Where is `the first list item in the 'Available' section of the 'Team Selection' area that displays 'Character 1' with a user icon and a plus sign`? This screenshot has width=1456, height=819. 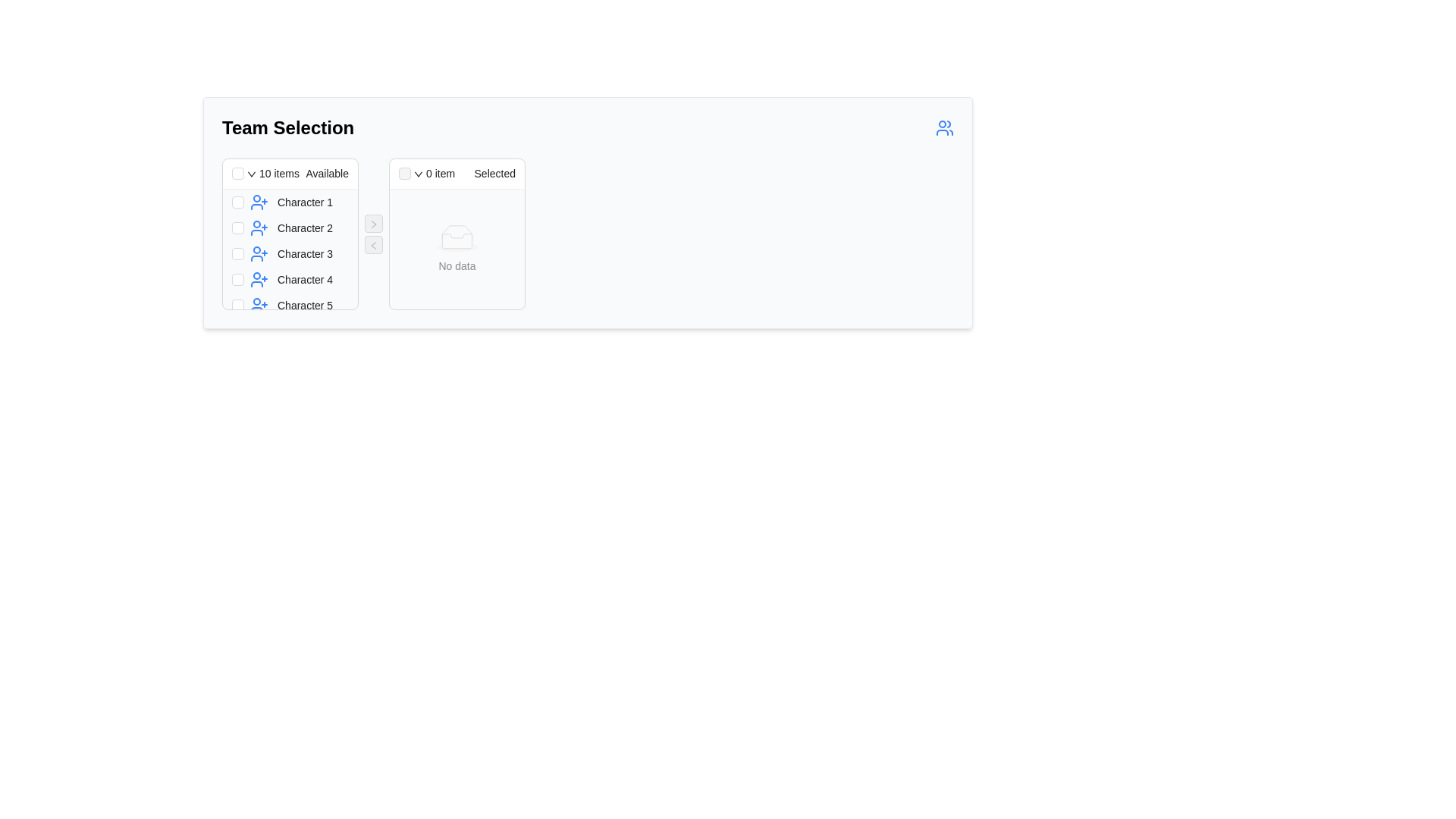 the first list item in the 'Available' section of the 'Team Selection' area that displays 'Character 1' with a user icon and a plus sign is located at coordinates (299, 201).